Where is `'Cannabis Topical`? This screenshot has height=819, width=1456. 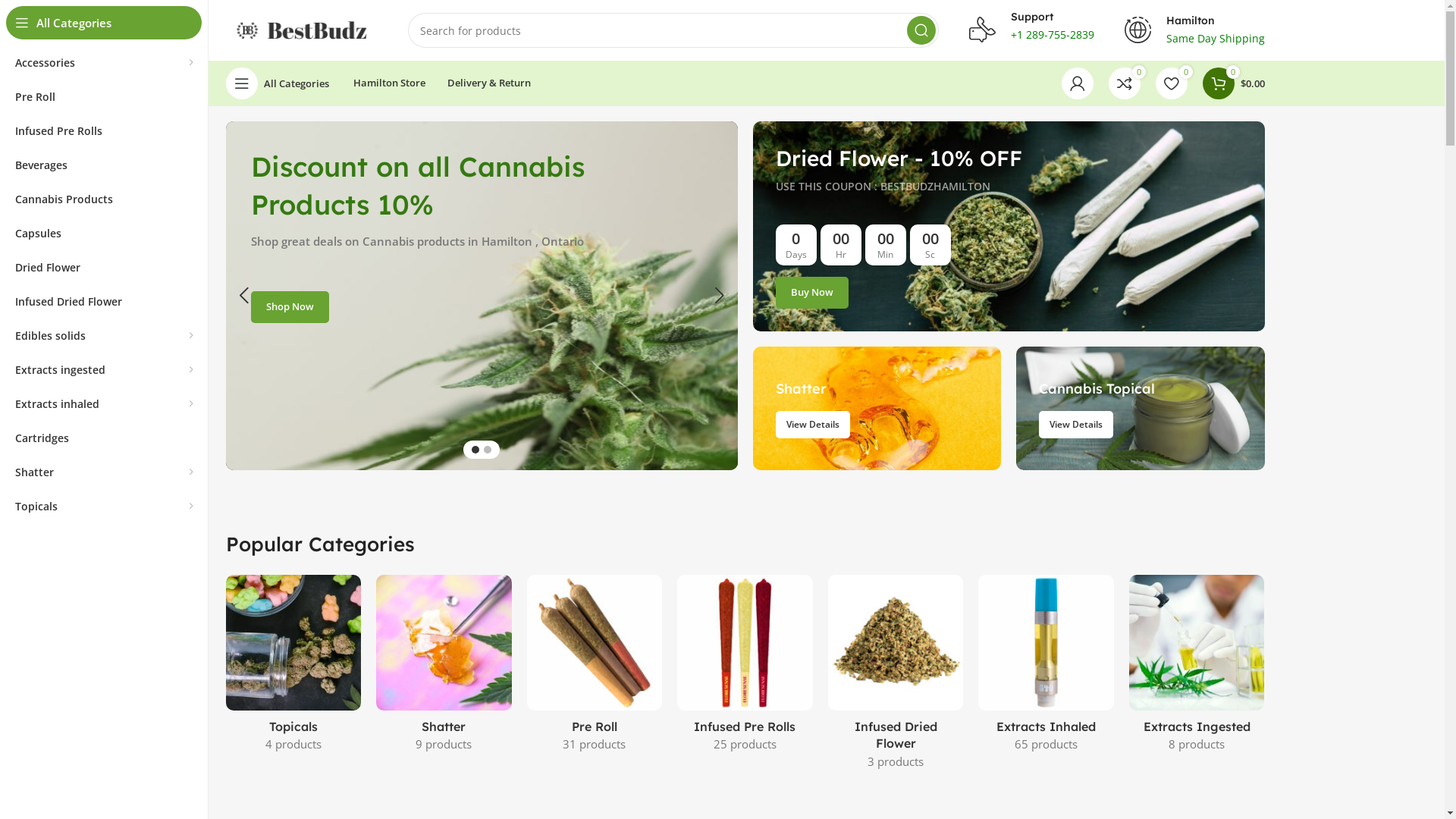
'Cannabis Topical is located at coordinates (1140, 407).